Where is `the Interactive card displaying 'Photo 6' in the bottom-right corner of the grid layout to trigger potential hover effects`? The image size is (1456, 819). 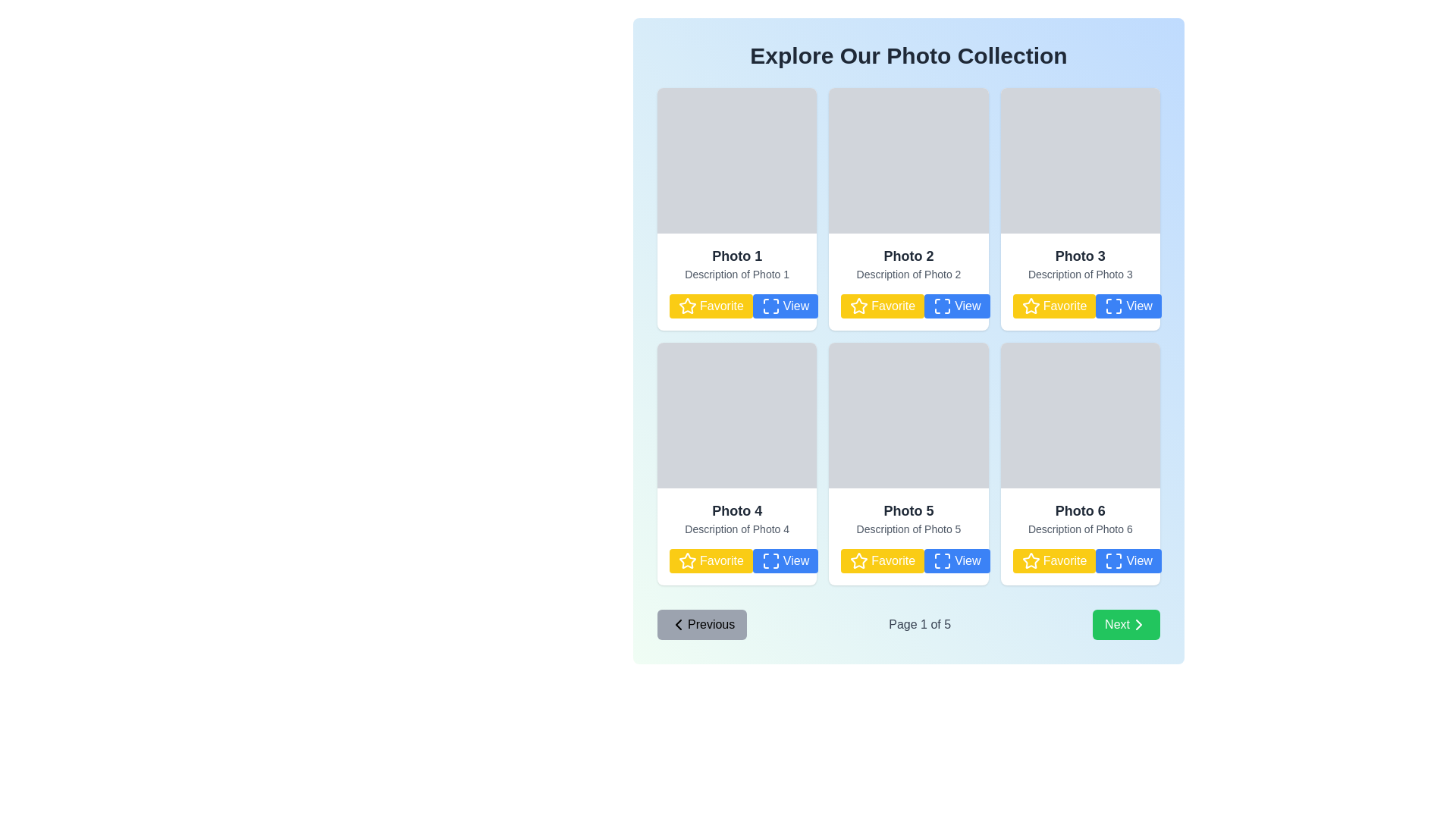 the Interactive card displaying 'Photo 6' in the bottom-right corner of the grid layout to trigger potential hover effects is located at coordinates (1079, 536).